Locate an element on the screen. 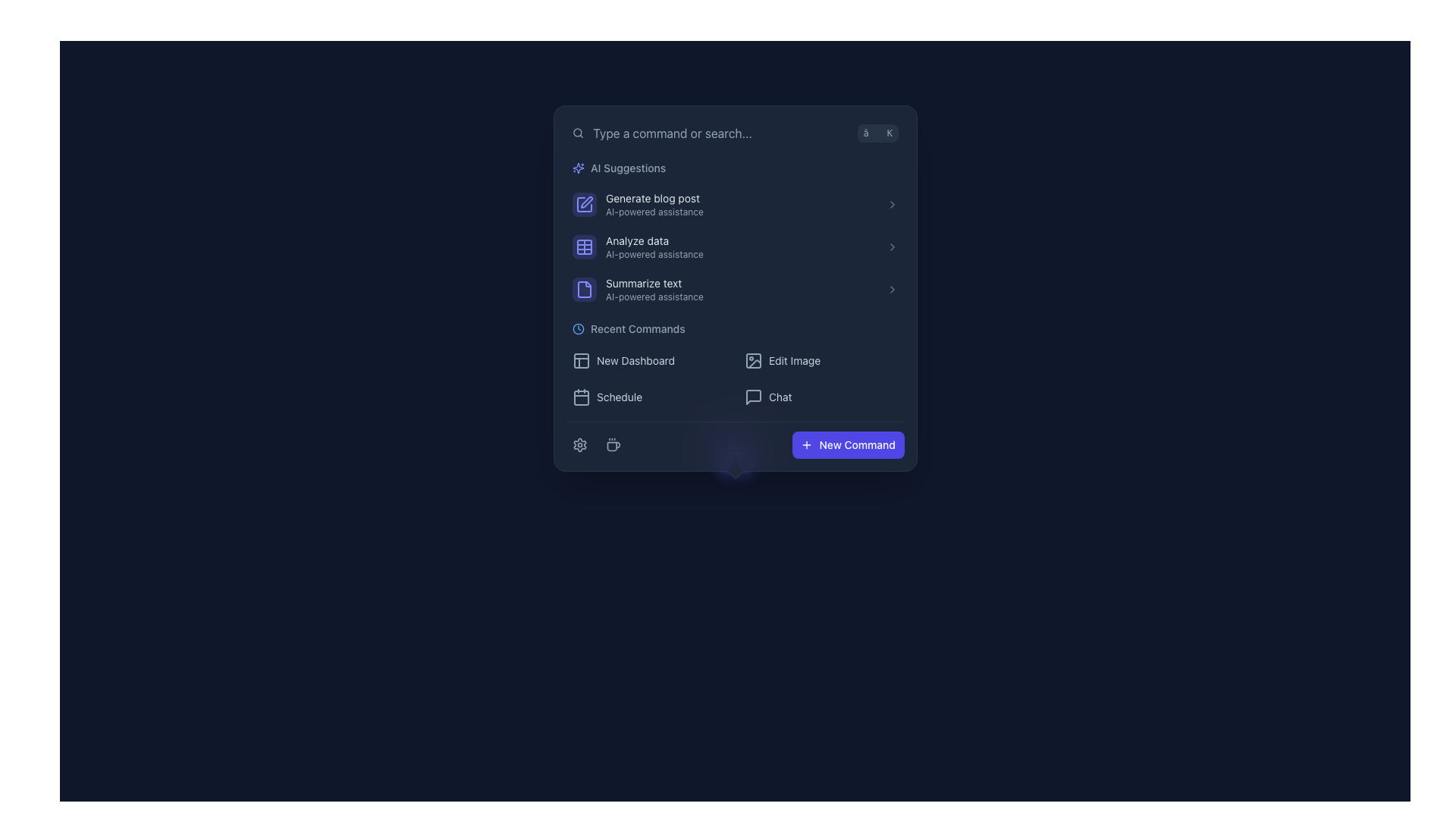 Image resolution: width=1456 pixels, height=819 pixels. to select the first AI suggestion option in the vertical list labeled 'AI Suggestions' is located at coordinates (741, 198).